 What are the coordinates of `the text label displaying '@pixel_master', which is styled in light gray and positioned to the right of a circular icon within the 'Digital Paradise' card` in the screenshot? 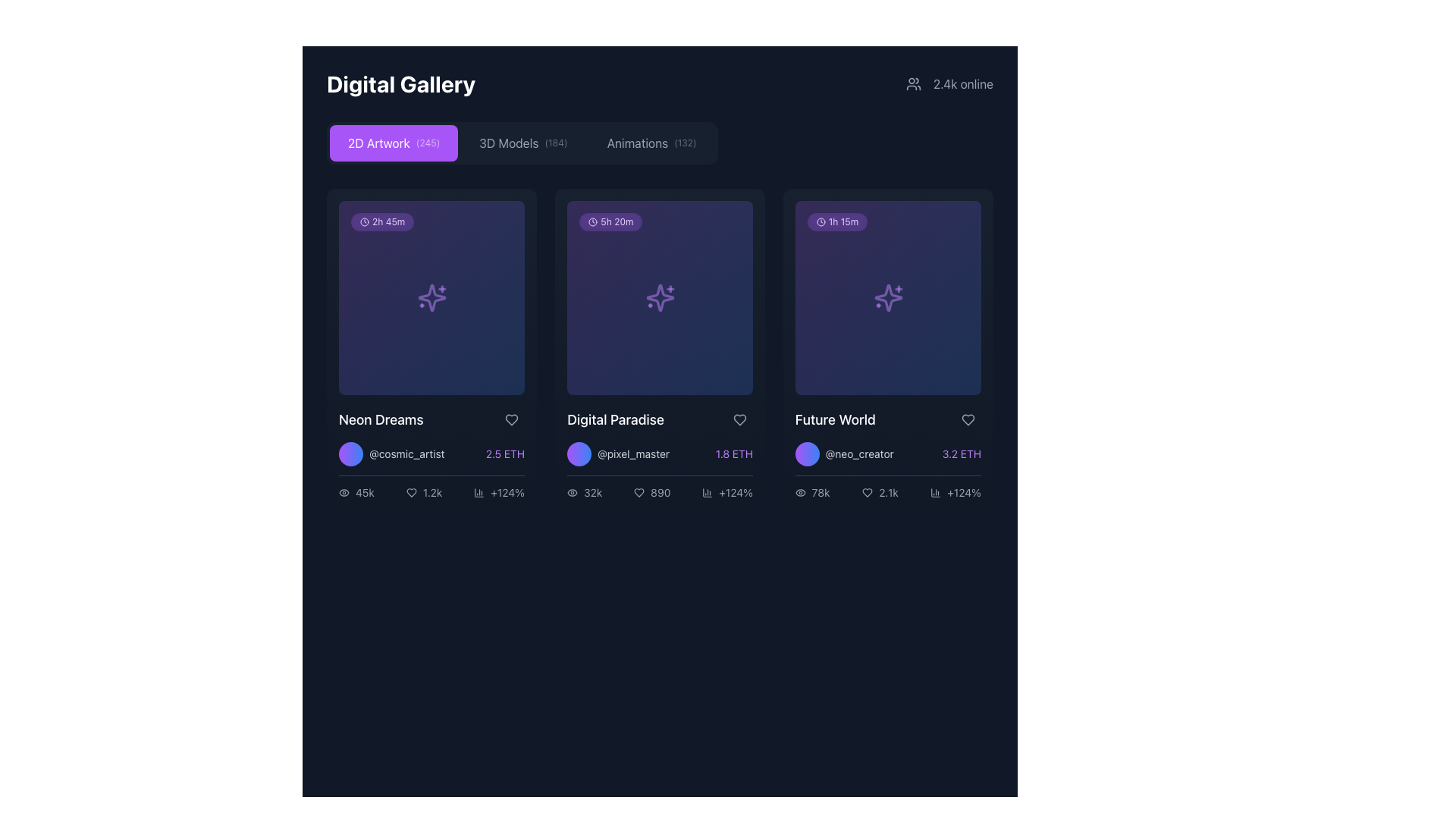 It's located at (633, 453).